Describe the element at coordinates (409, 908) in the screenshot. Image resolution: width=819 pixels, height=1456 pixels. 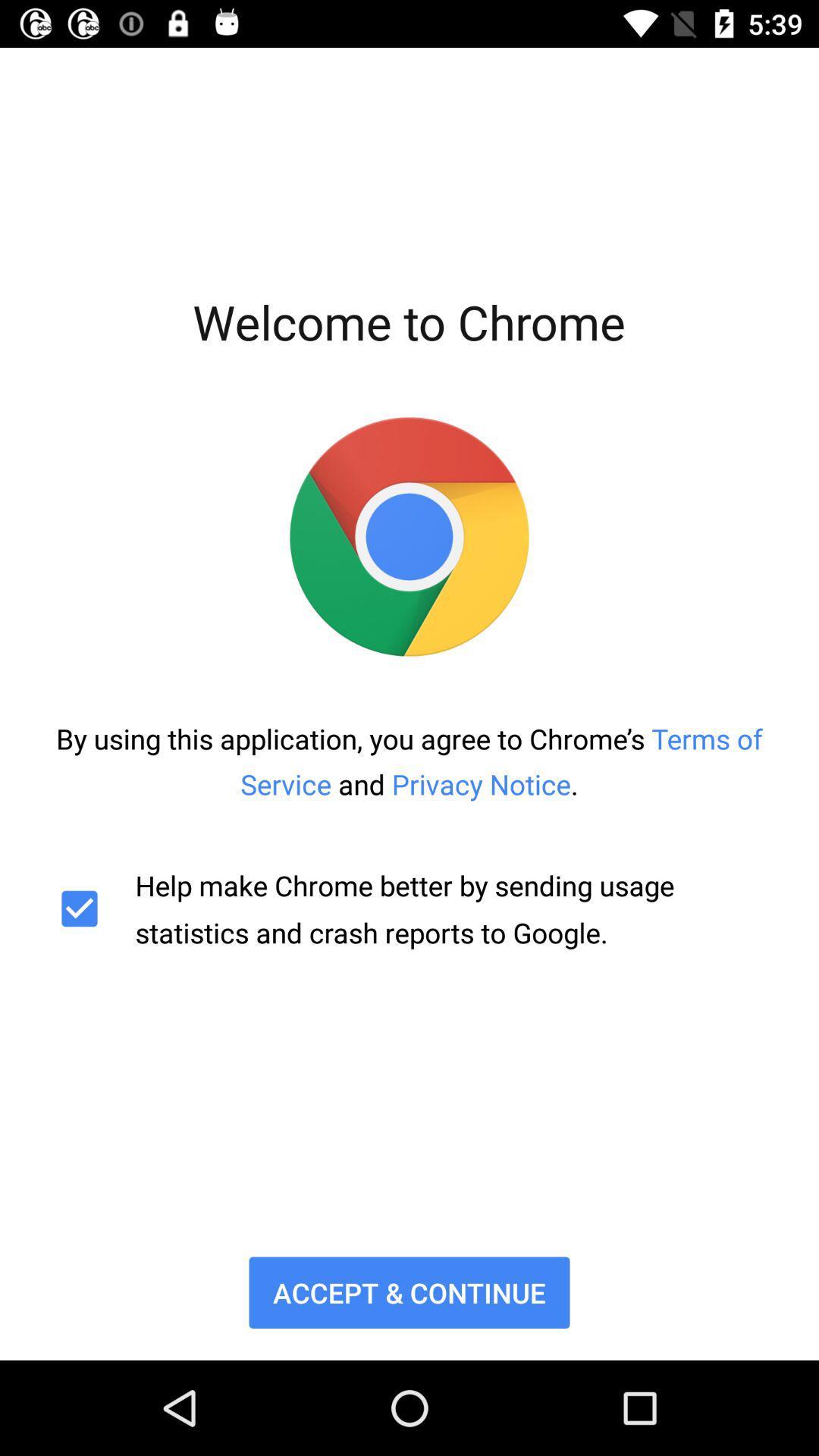
I see `the item above the accept & continue` at that location.